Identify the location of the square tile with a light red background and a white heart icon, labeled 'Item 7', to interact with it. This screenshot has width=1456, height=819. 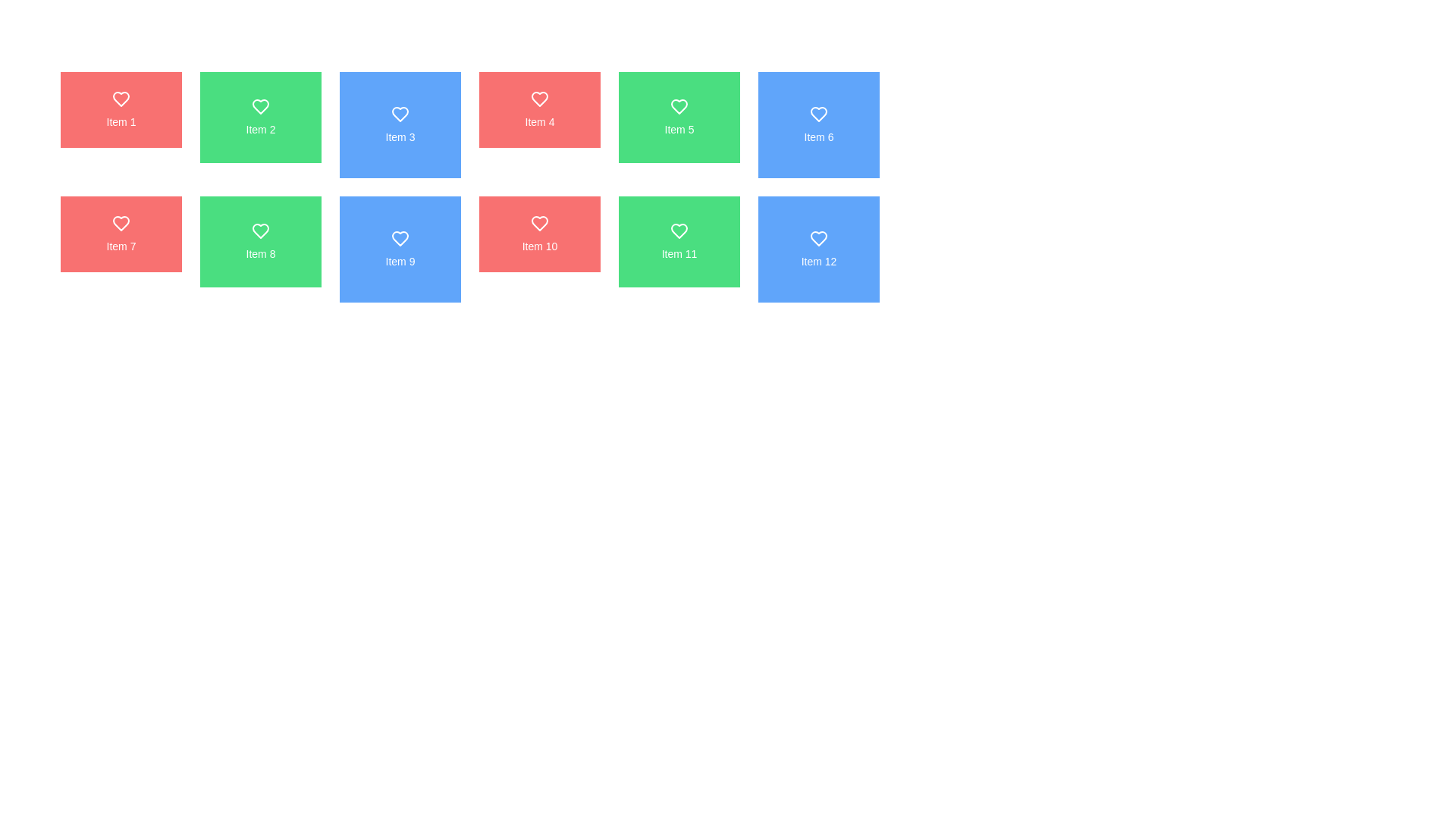
(120, 234).